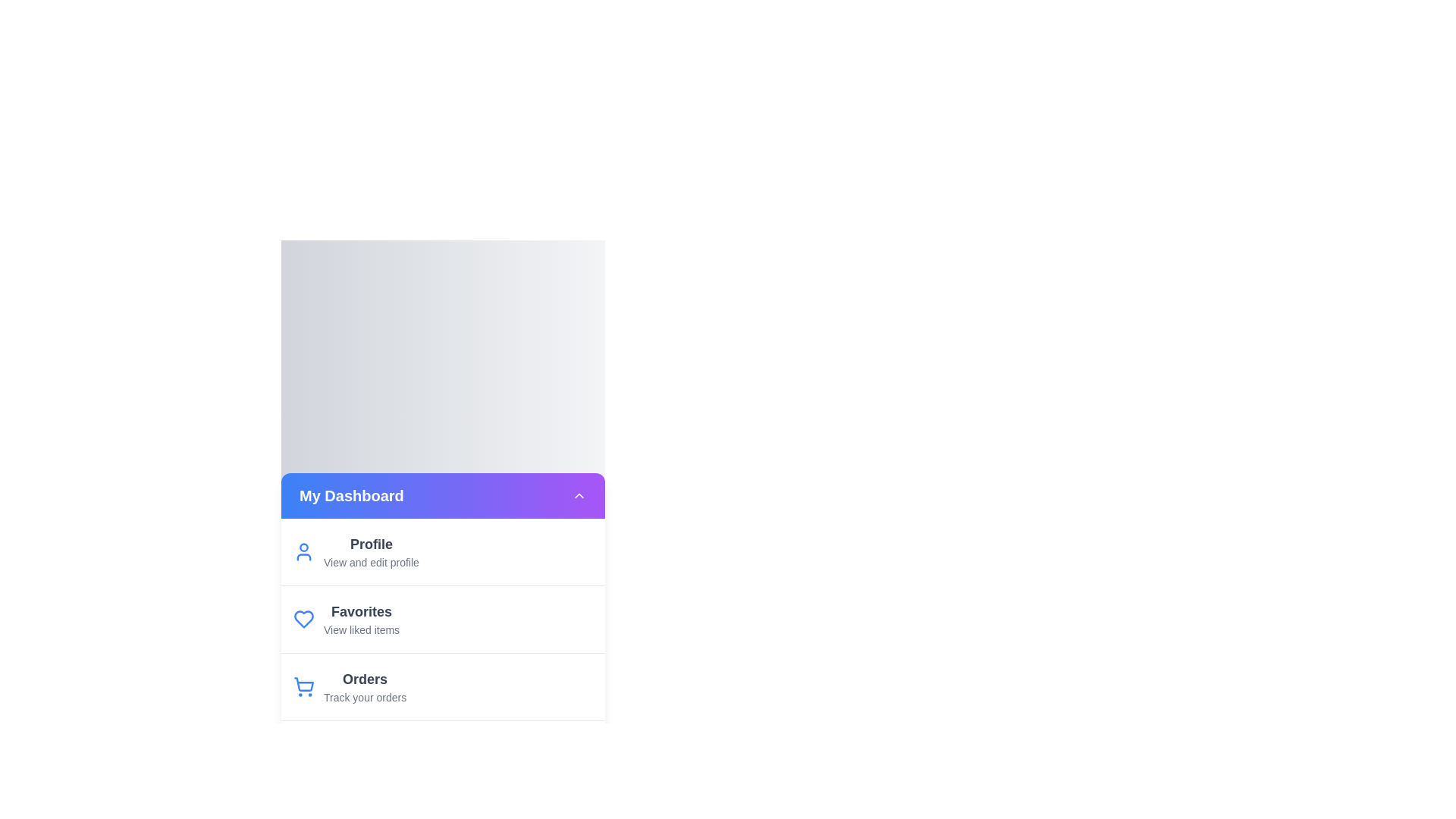 Image resolution: width=1456 pixels, height=819 pixels. I want to click on the menu item labeled Favorites, so click(442, 619).